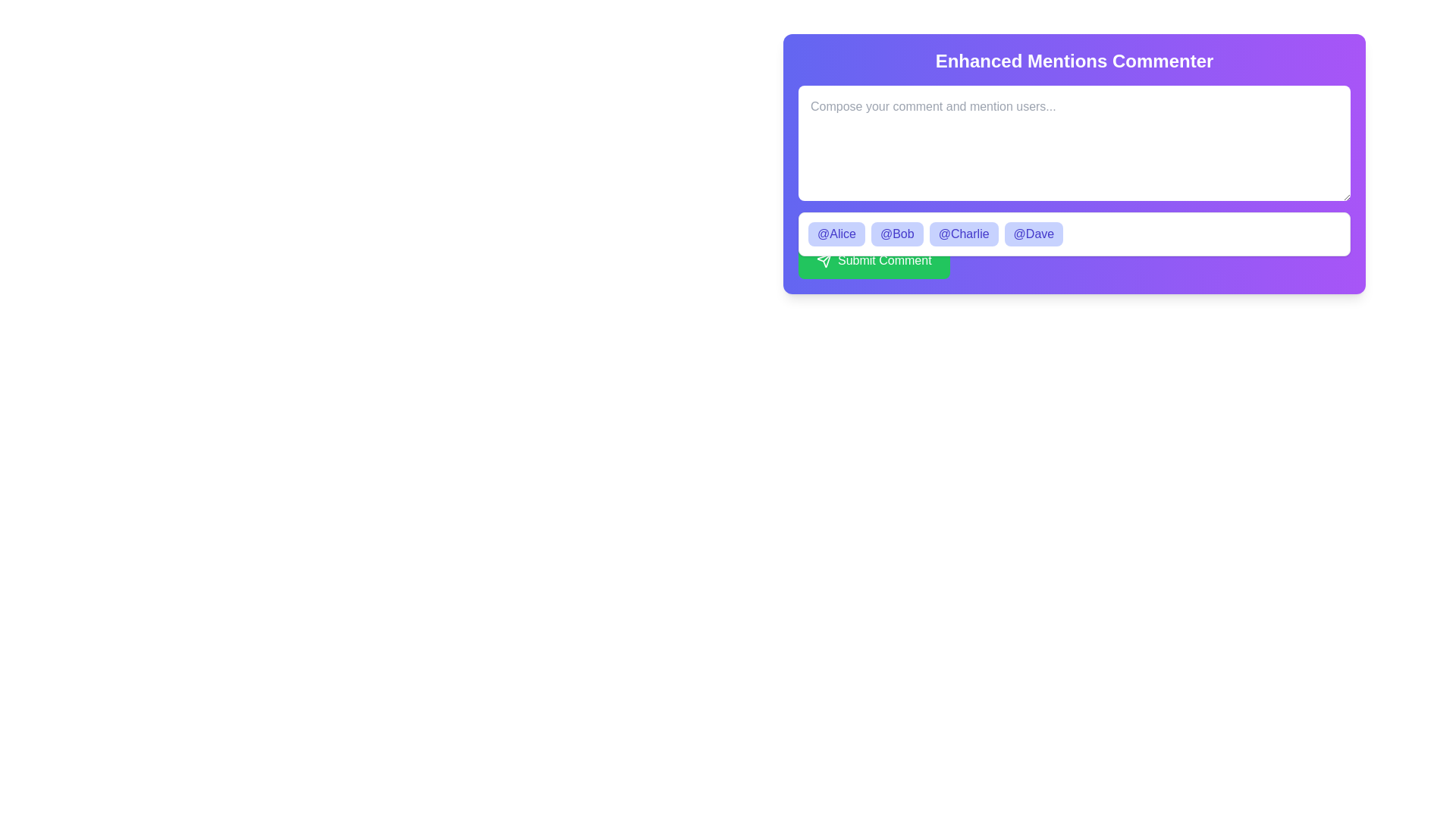  Describe the element at coordinates (807, 227) in the screenshot. I see `the yellow circular shape within the SVG graphic of the smiling face, which is positioned inside a mention tag interface` at that location.